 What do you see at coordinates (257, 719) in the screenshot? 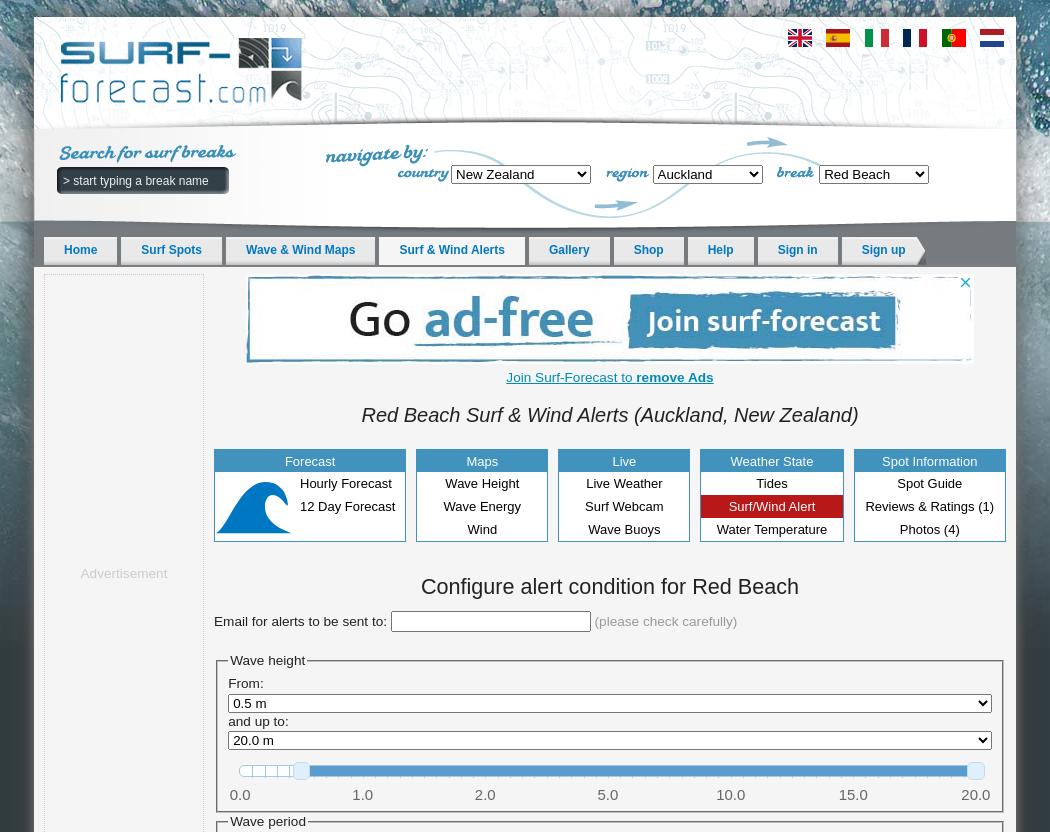
I see `'and up to:'` at bounding box center [257, 719].